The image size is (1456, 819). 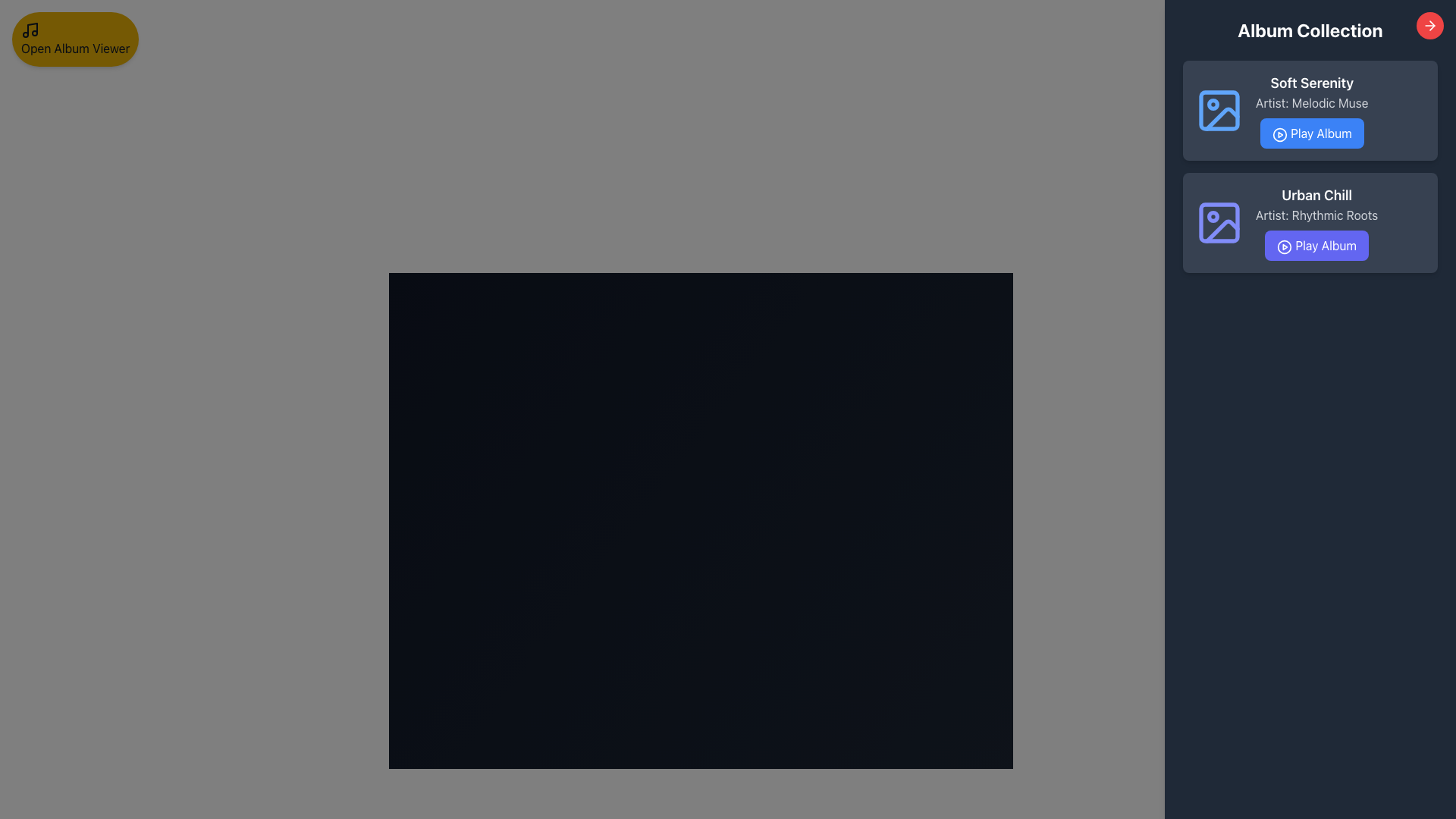 I want to click on the circular play icon inside the 'Play Album' button for the 'Soft Serenity' album in the 'Album Collection' pane, so click(x=1279, y=133).